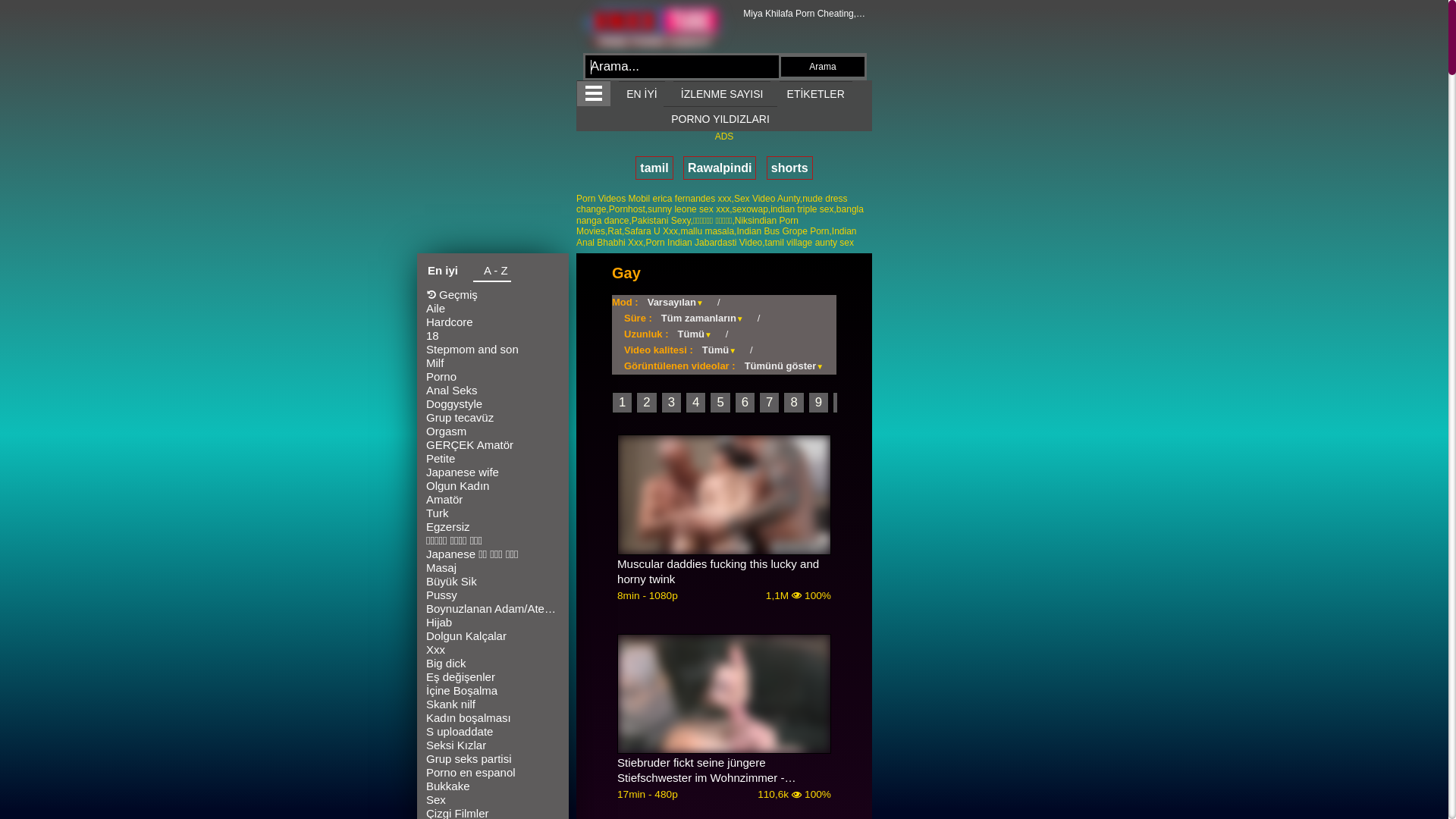 This screenshot has height=819, width=1456. What do you see at coordinates (492, 403) in the screenshot?
I see `'Doggystyle'` at bounding box center [492, 403].